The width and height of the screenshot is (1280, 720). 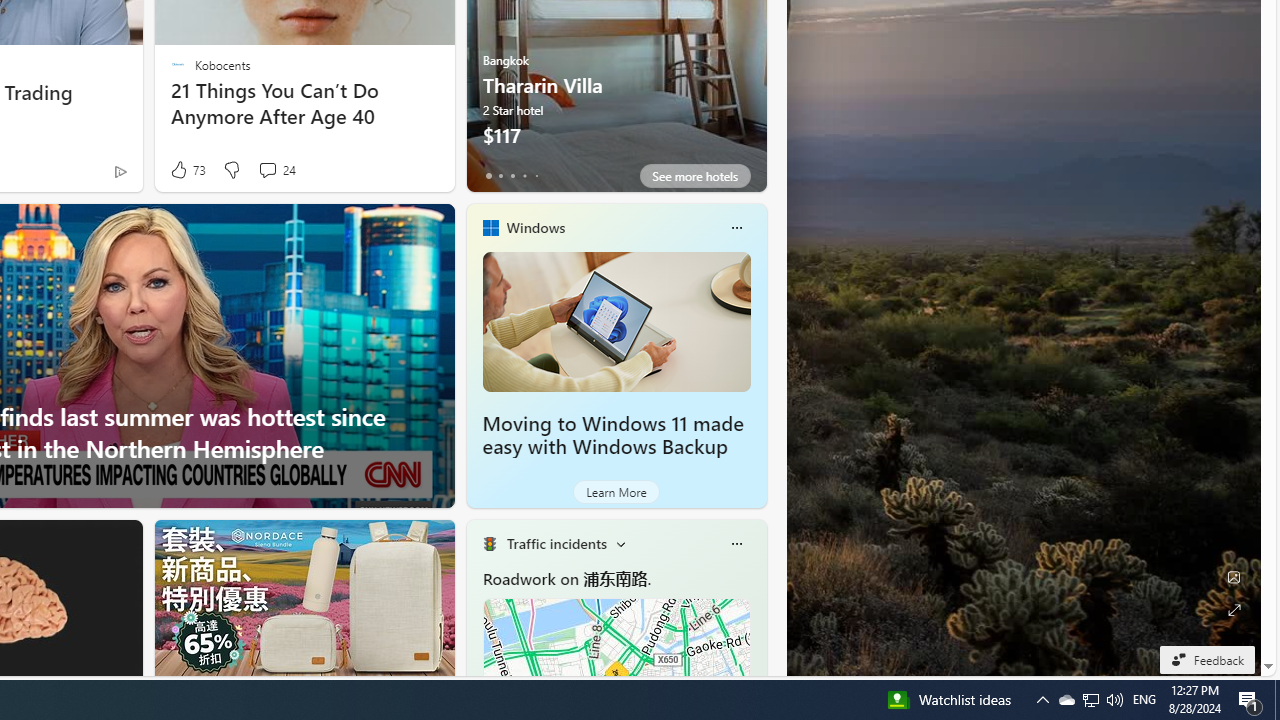 What do you see at coordinates (524, 175) in the screenshot?
I see `'tab-3'` at bounding box center [524, 175].